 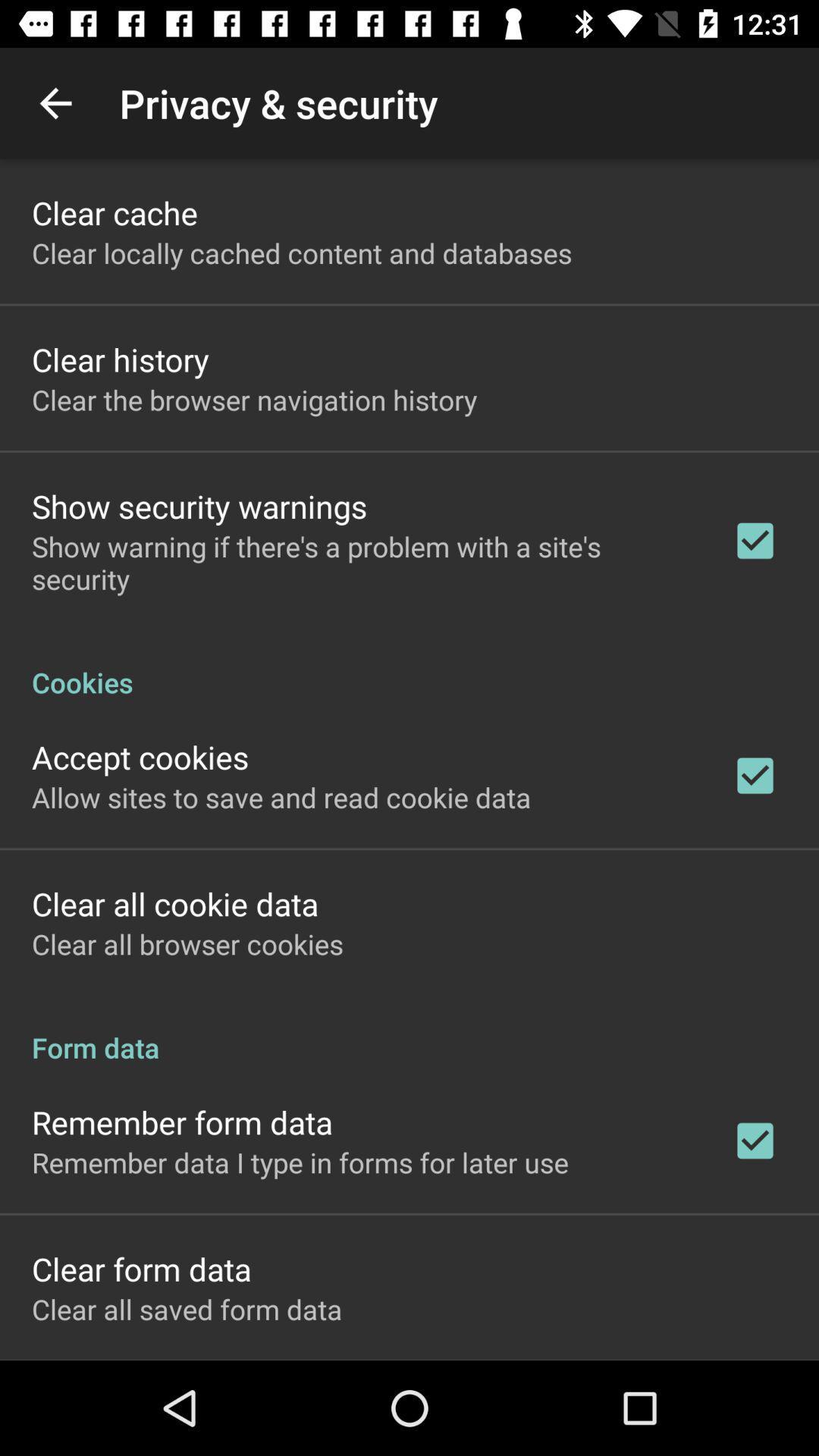 I want to click on the clear cache app, so click(x=114, y=212).